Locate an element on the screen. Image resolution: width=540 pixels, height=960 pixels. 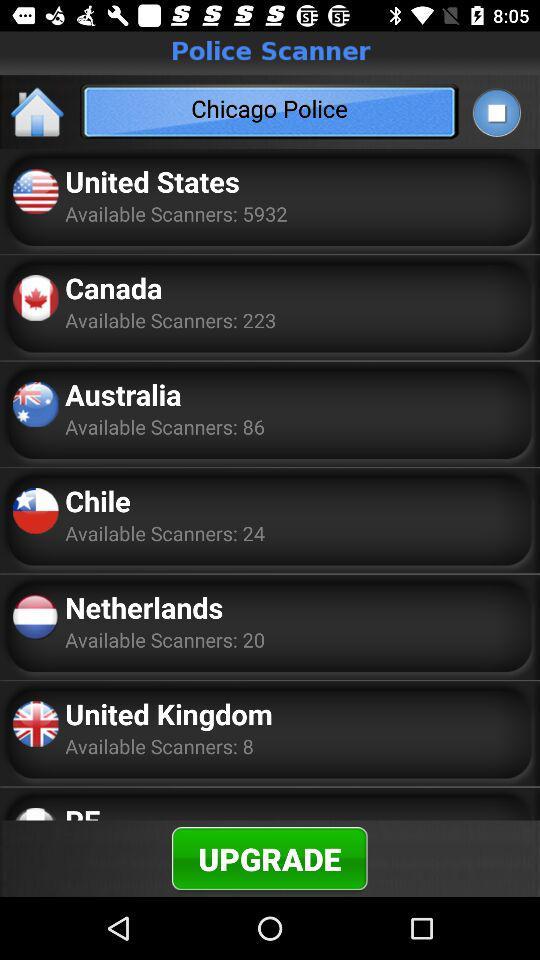
the icon next to chicago police app is located at coordinates (495, 112).